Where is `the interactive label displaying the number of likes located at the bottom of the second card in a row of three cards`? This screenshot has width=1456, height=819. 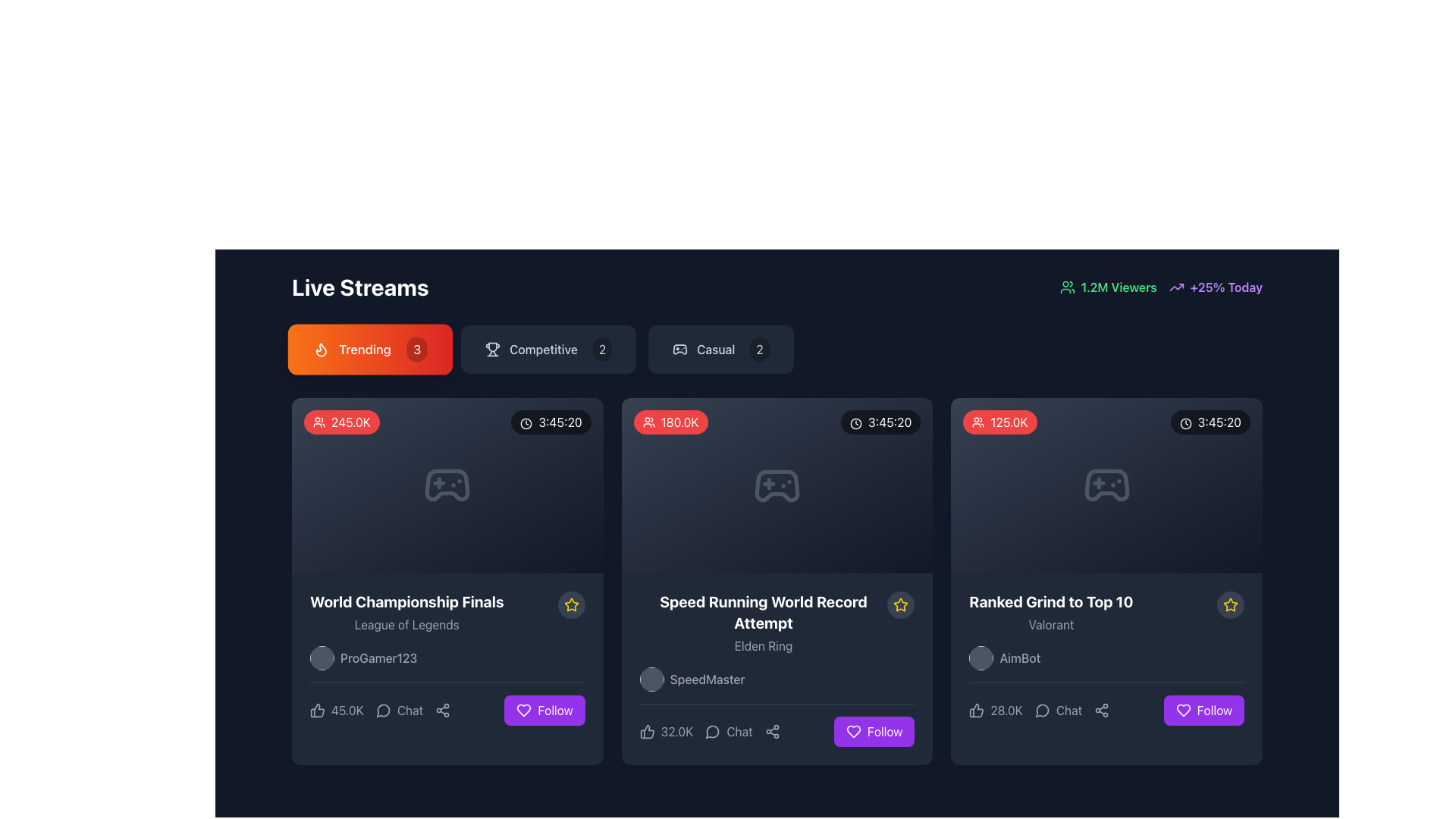
the interactive label displaying the number of likes located at the bottom of the second card in a row of three cards is located at coordinates (666, 730).